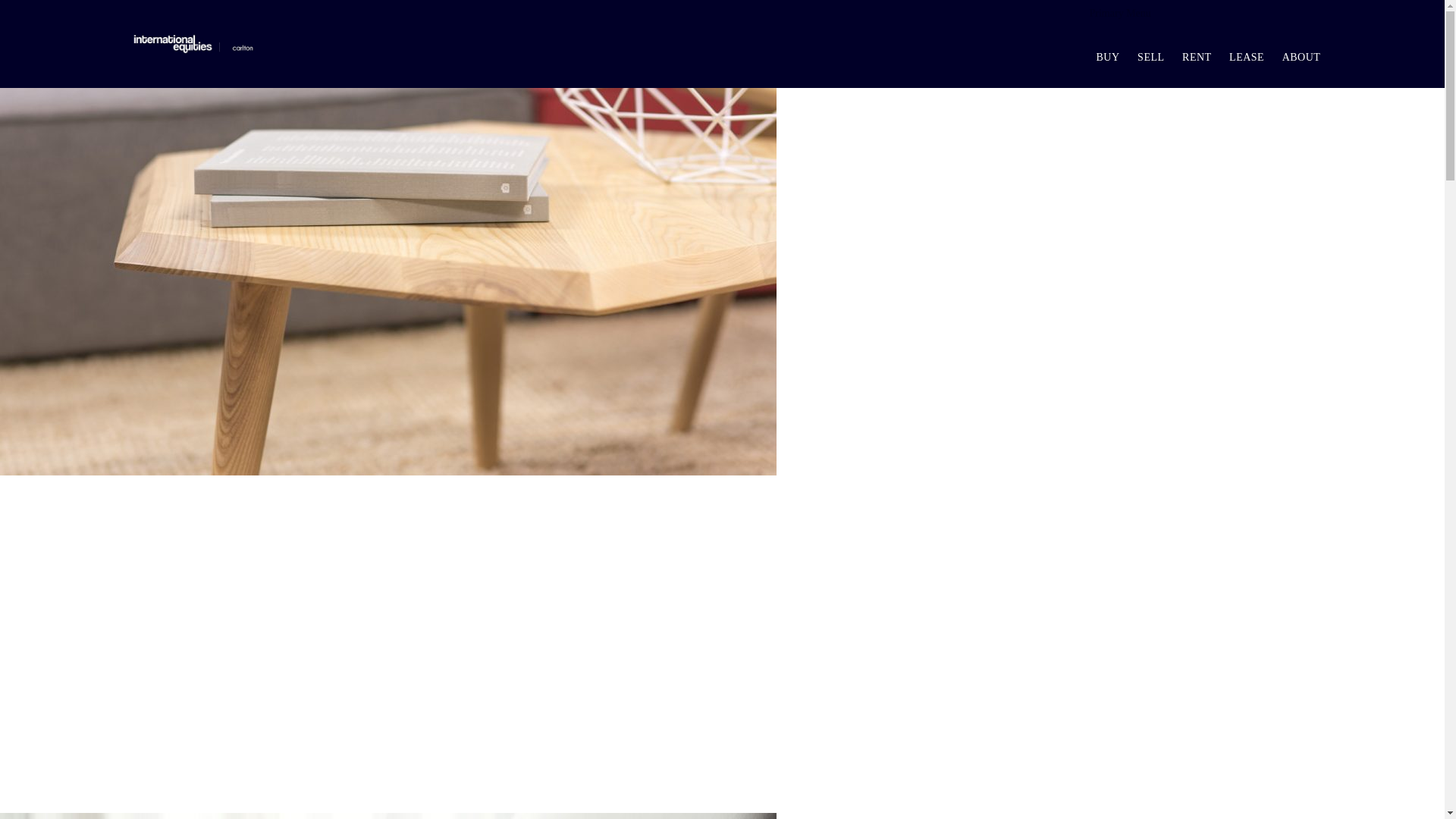 The height and width of the screenshot is (819, 1456). What do you see at coordinates (1120, 14) in the screenshot?
I see `'Primary Menu'` at bounding box center [1120, 14].